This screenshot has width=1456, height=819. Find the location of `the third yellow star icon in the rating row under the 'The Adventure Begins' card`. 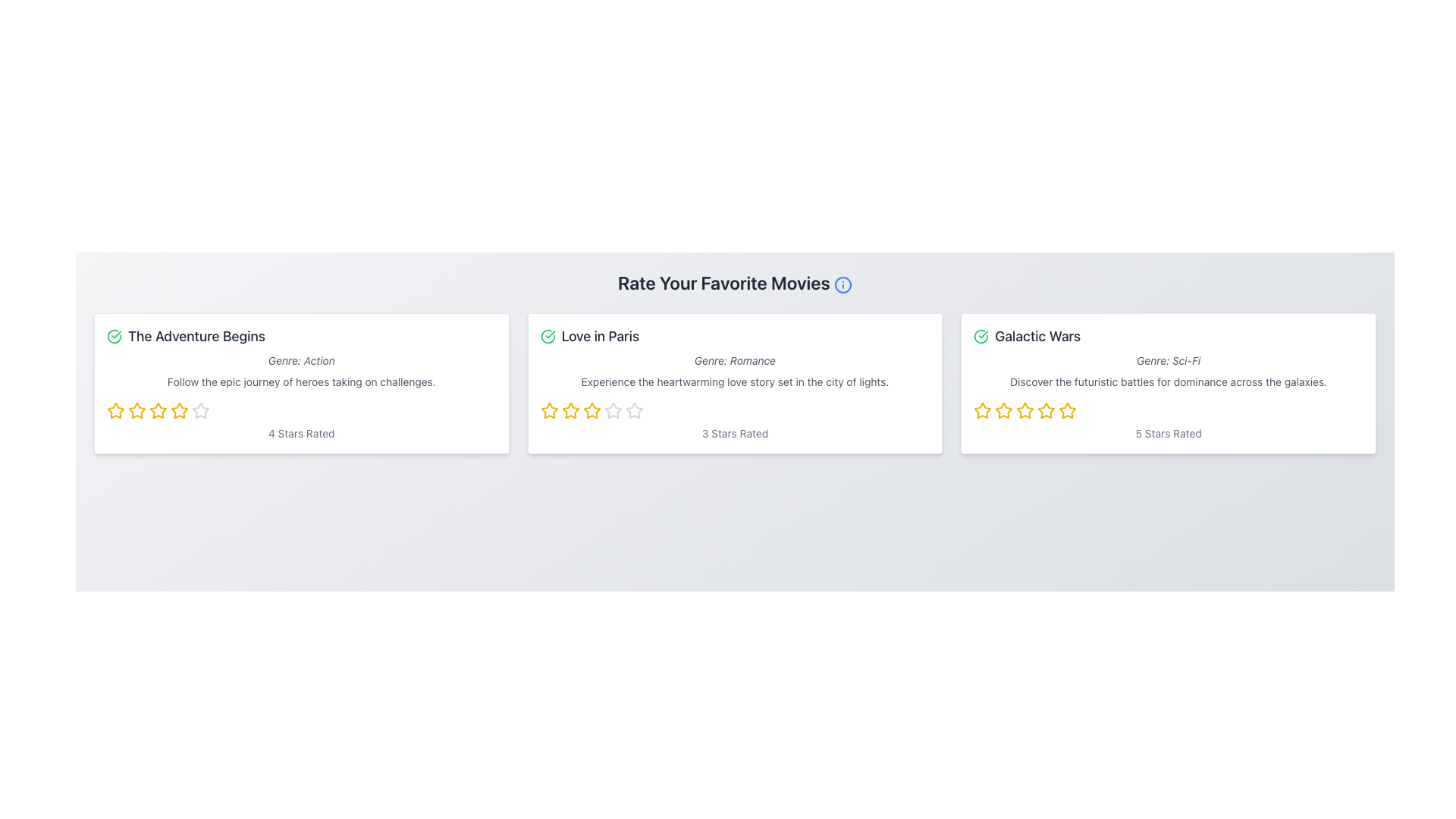

the third yellow star icon in the rating row under the 'The Adventure Begins' card is located at coordinates (137, 411).